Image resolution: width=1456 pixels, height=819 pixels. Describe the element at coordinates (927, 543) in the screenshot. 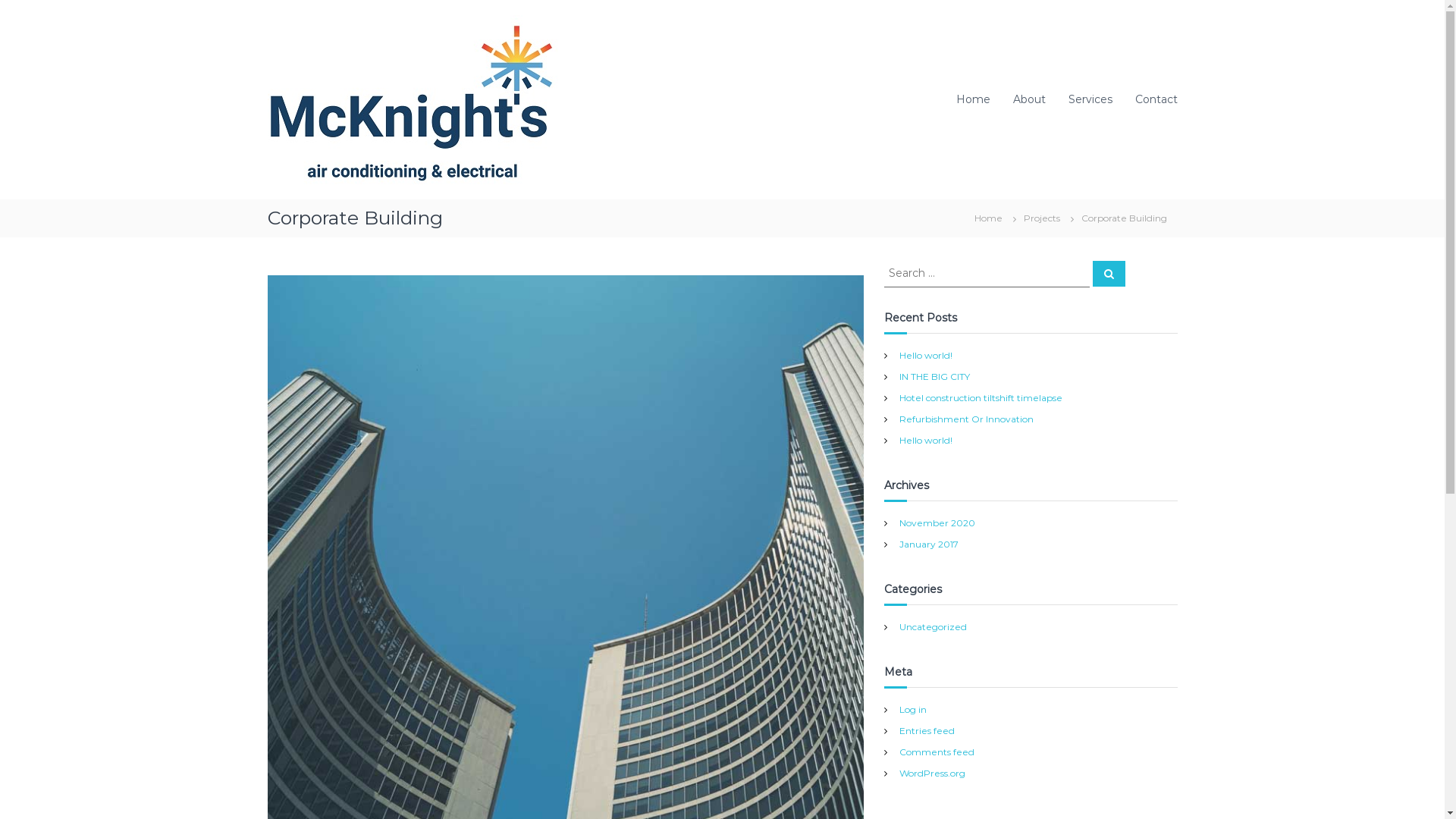

I see `'January 2017'` at that location.